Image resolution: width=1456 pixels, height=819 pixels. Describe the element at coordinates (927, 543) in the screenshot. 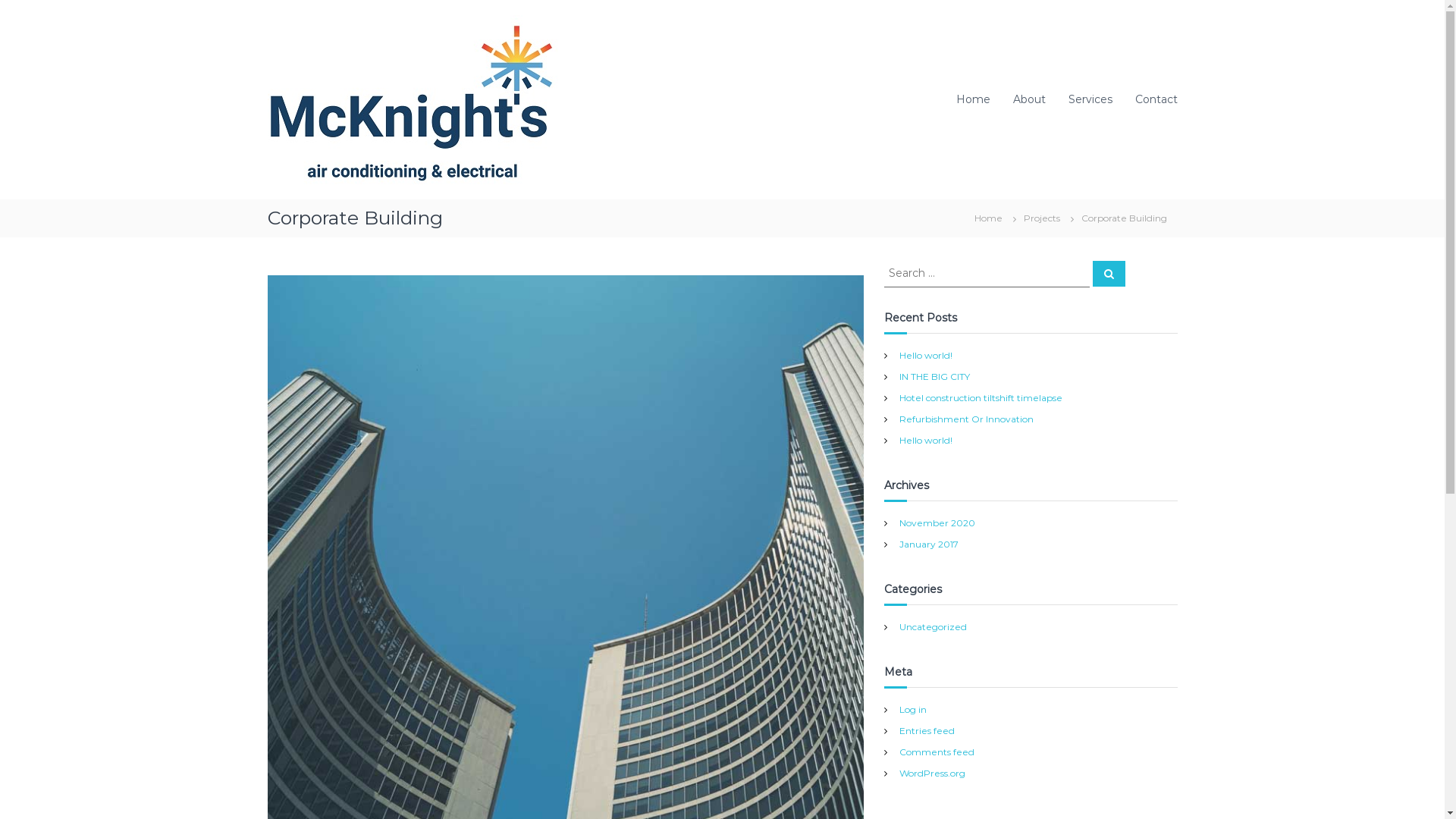

I see `'January 2017'` at that location.